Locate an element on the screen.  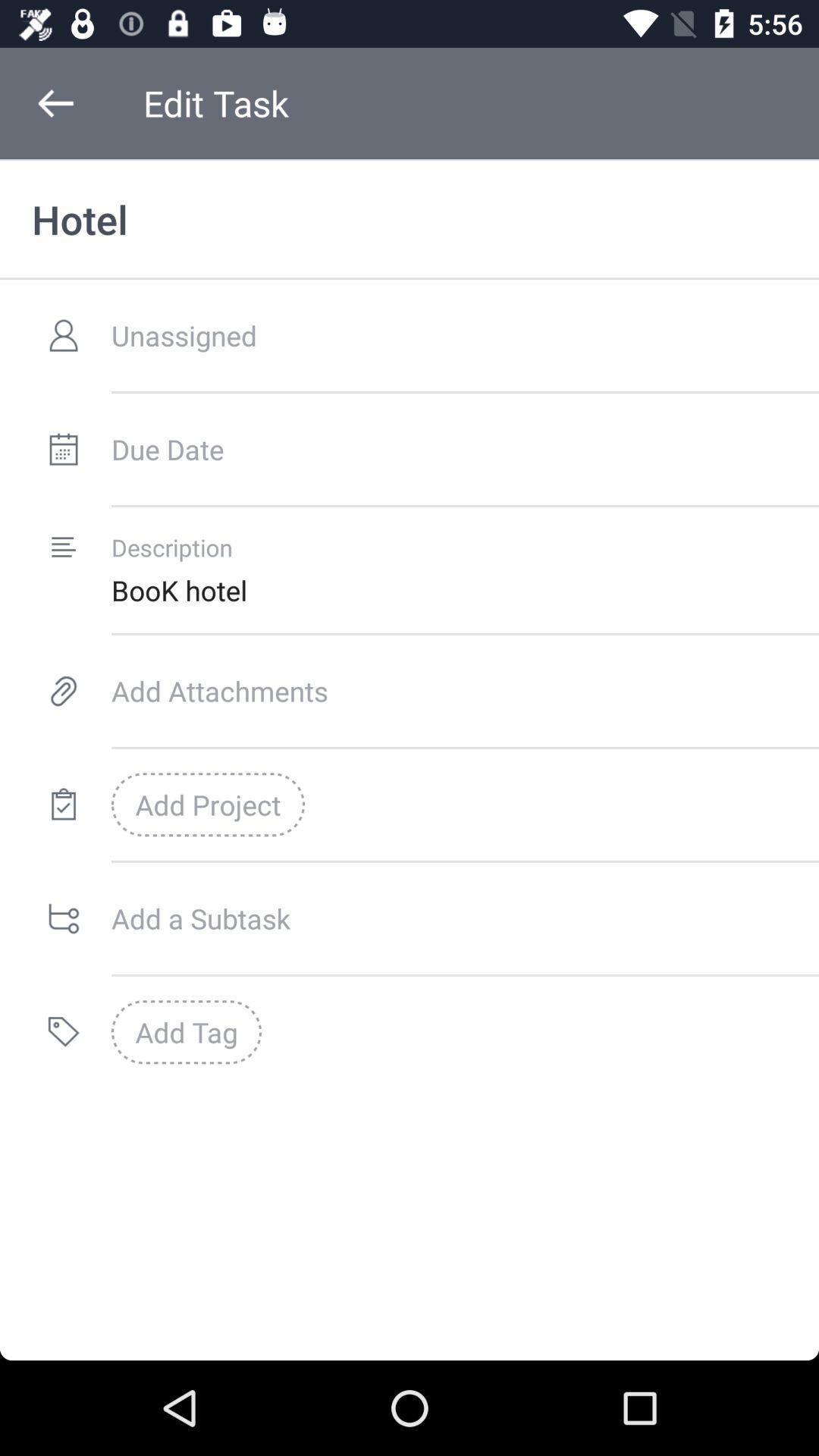
add project icon is located at coordinates (208, 804).